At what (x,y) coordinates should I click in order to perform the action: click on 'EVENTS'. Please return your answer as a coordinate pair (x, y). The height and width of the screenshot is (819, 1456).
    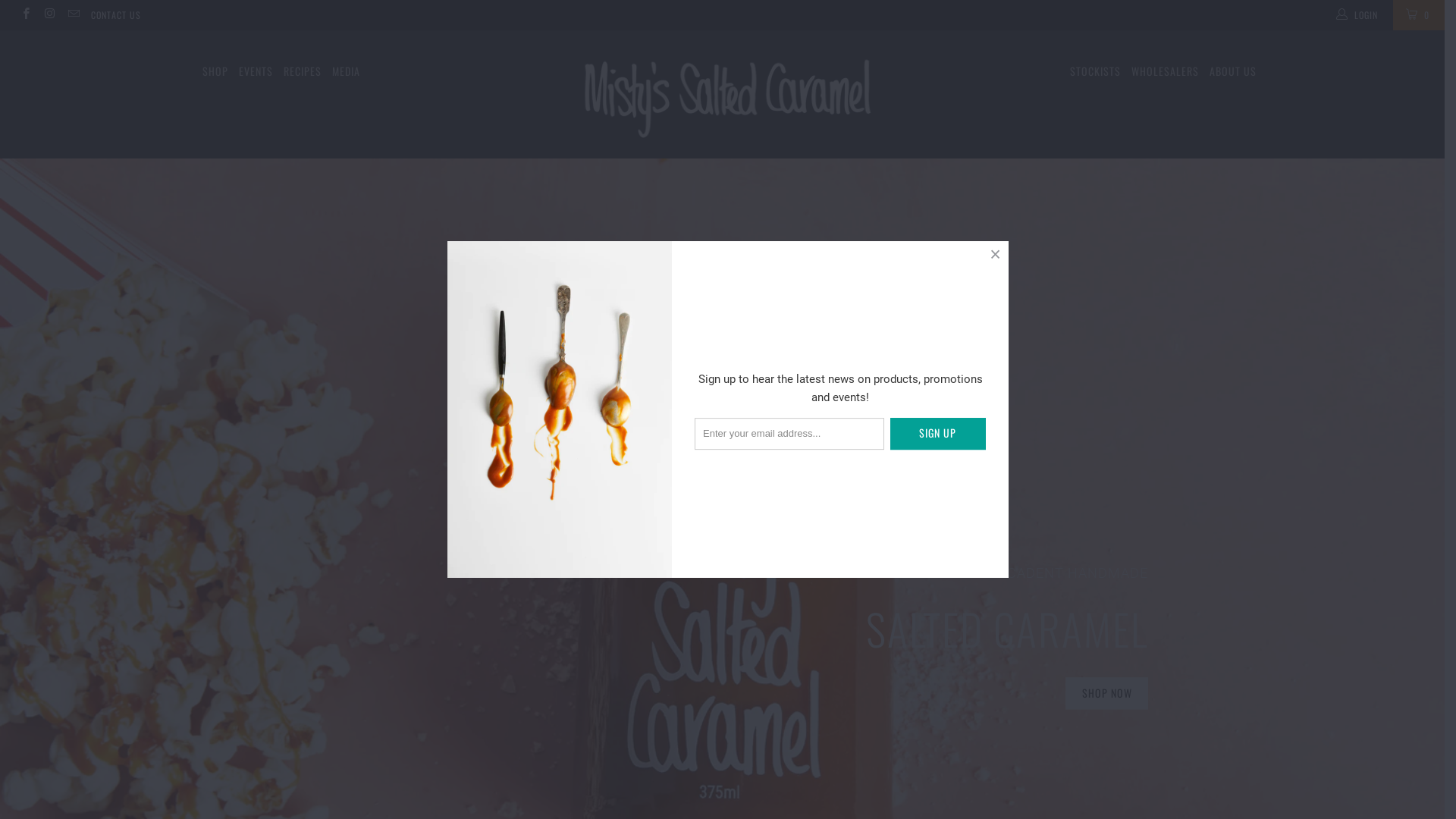
    Looking at the image, I should click on (256, 71).